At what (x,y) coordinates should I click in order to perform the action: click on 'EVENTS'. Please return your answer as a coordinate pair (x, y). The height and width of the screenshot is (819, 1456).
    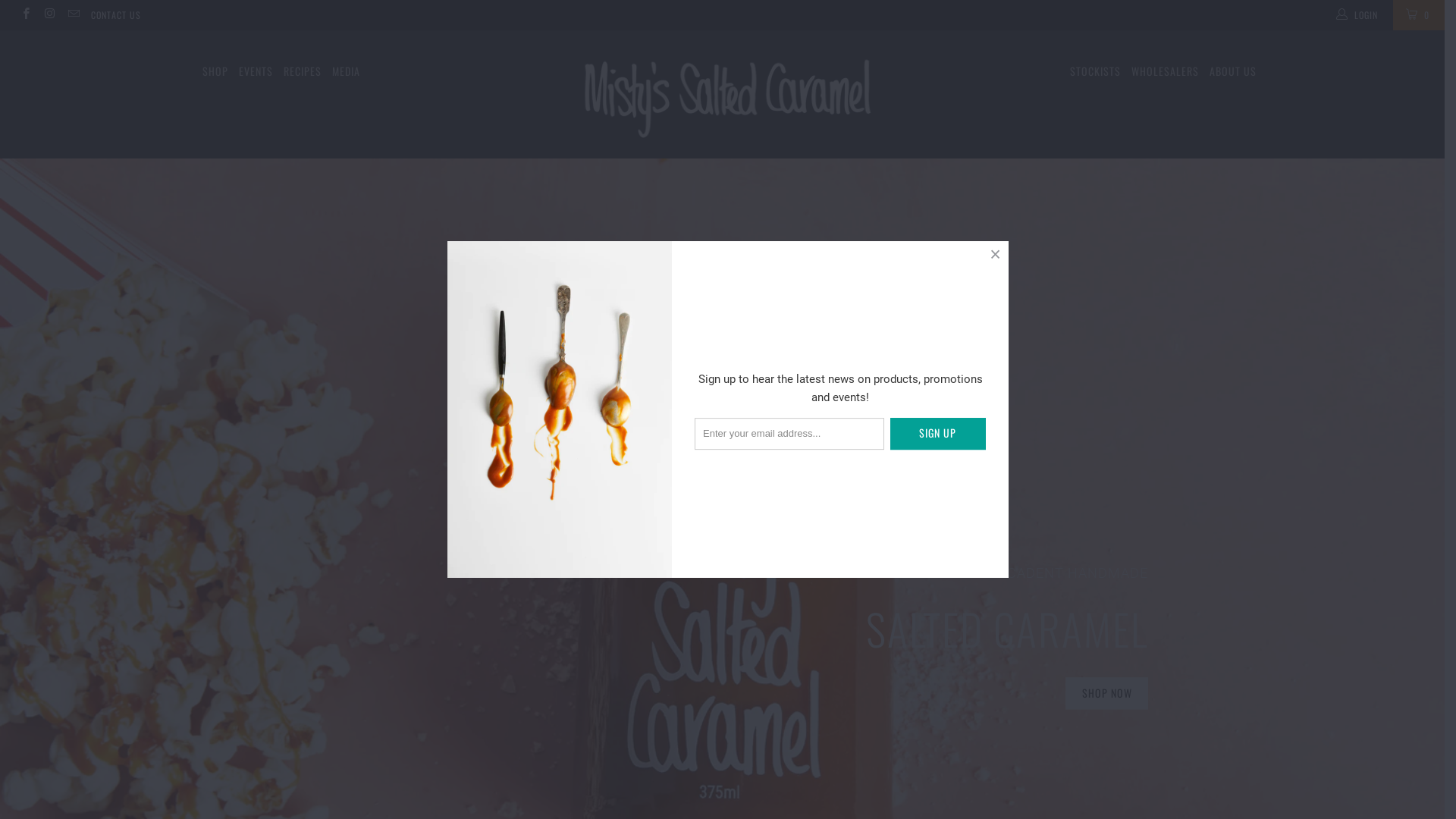
    Looking at the image, I should click on (256, 71).